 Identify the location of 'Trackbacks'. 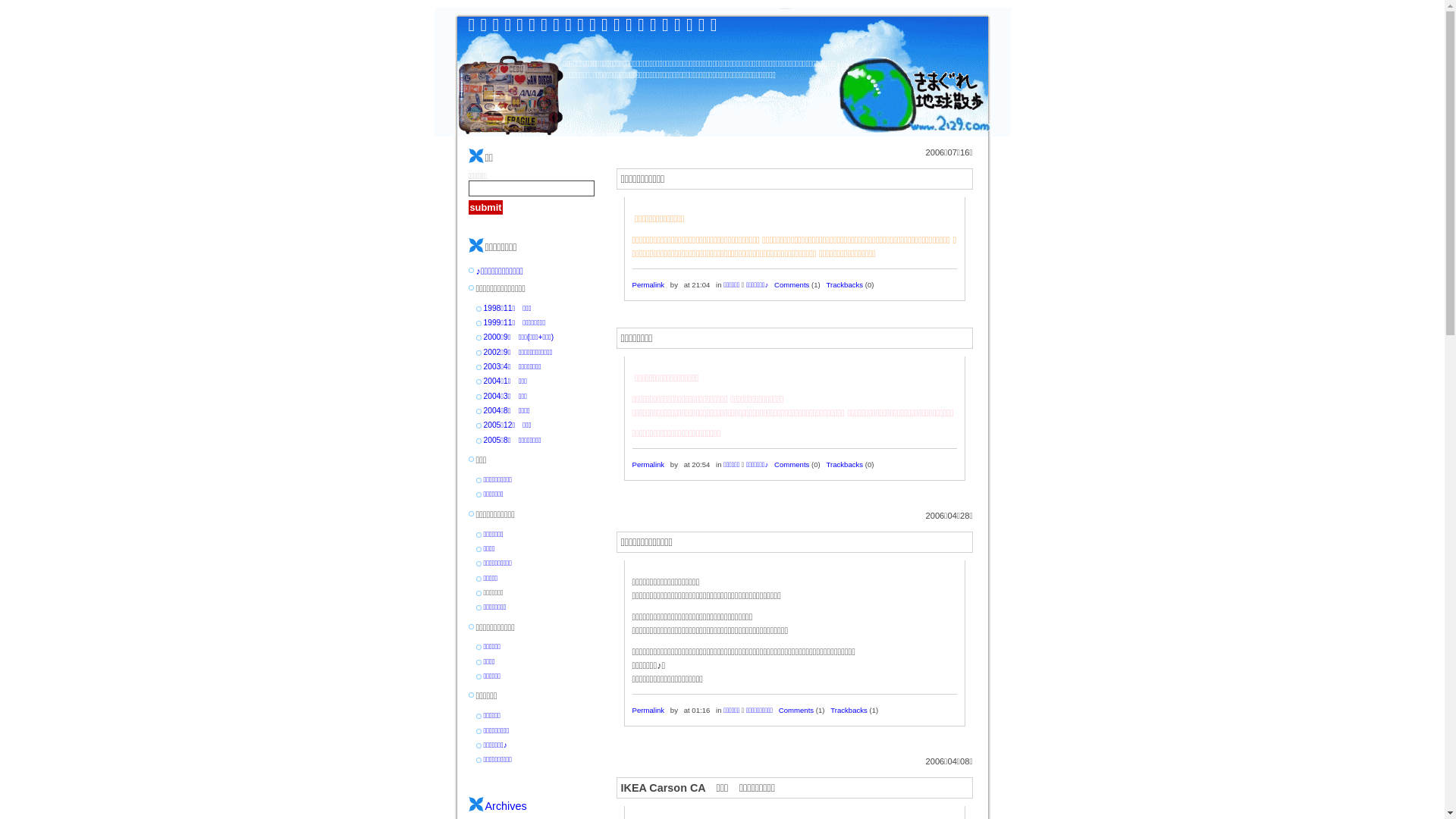
(848, 710).